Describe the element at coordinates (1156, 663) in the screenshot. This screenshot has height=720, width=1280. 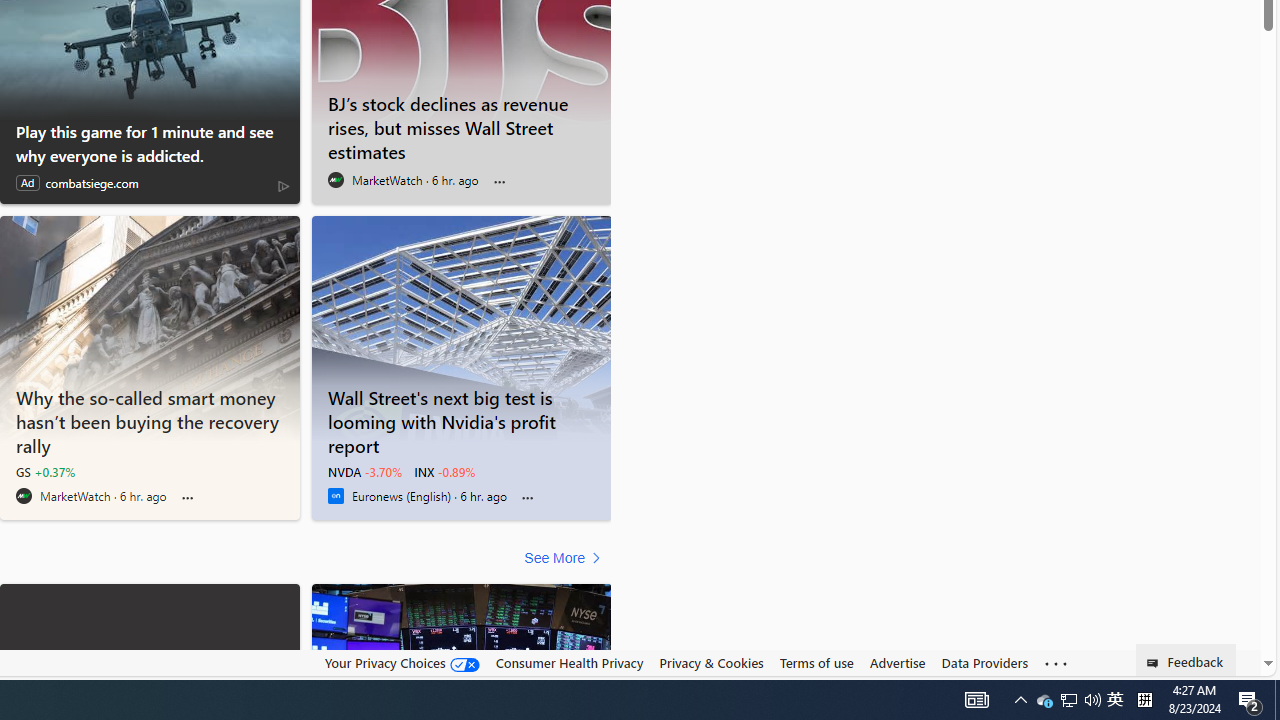
I see `'Class: feedback_link_icon-DS-EntryPoint1-1'` at that location.